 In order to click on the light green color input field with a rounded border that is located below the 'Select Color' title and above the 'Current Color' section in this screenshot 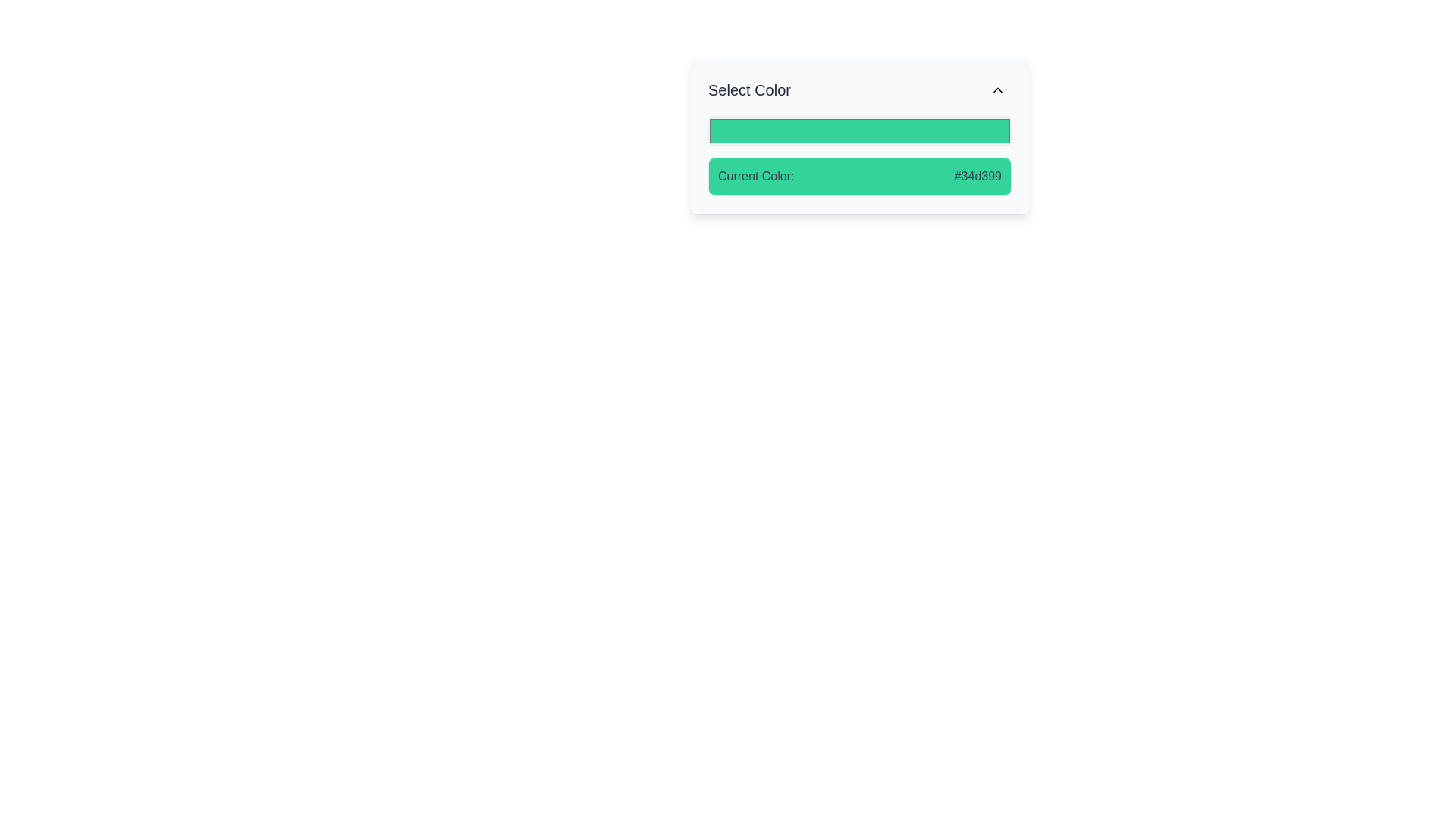, I will do `click(859, 135)`.